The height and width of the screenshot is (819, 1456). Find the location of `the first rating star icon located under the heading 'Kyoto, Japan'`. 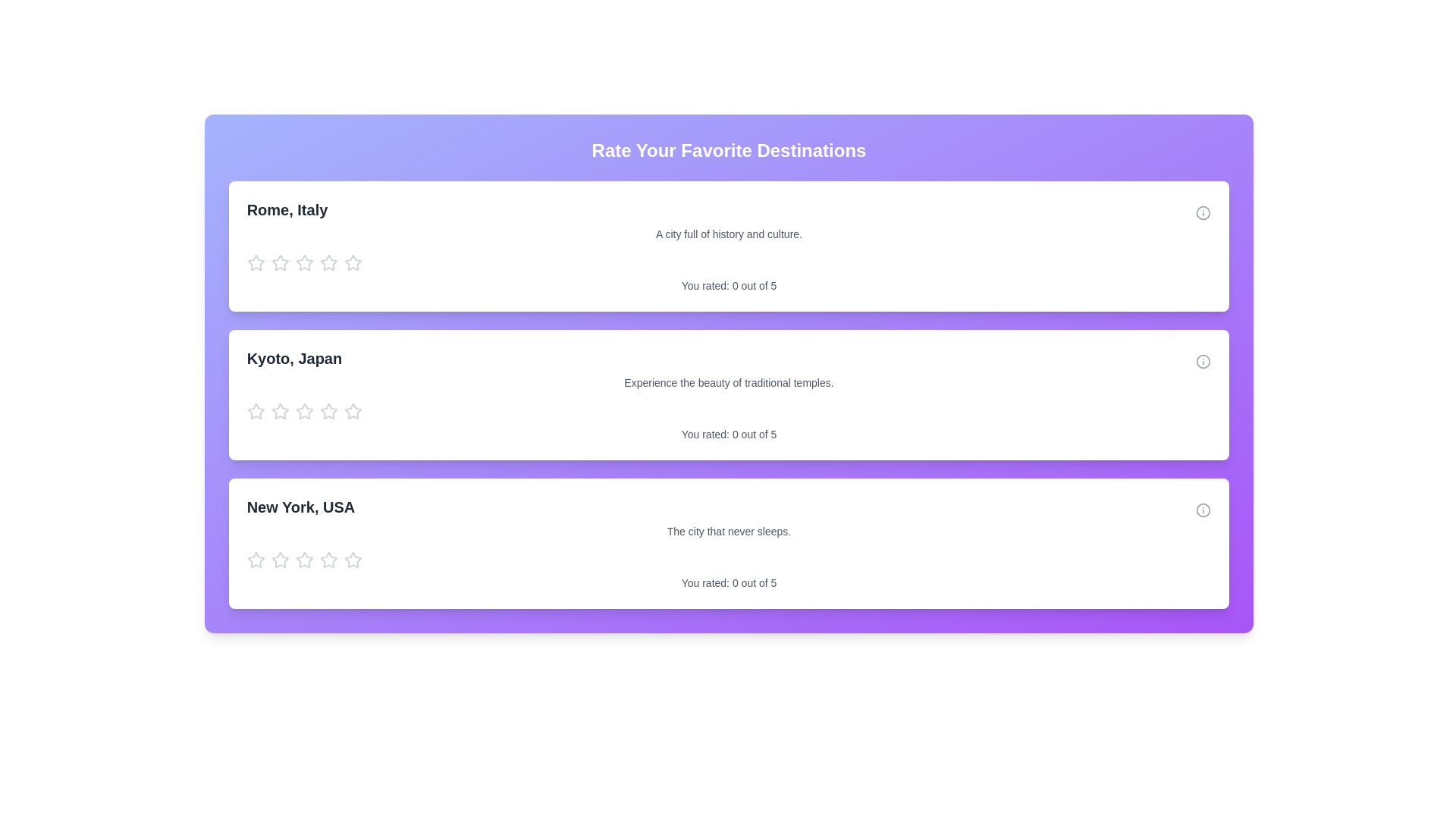

the first rating star icon located under the heading 'Kyoto, Japan' is located at coordinates (256, 411).